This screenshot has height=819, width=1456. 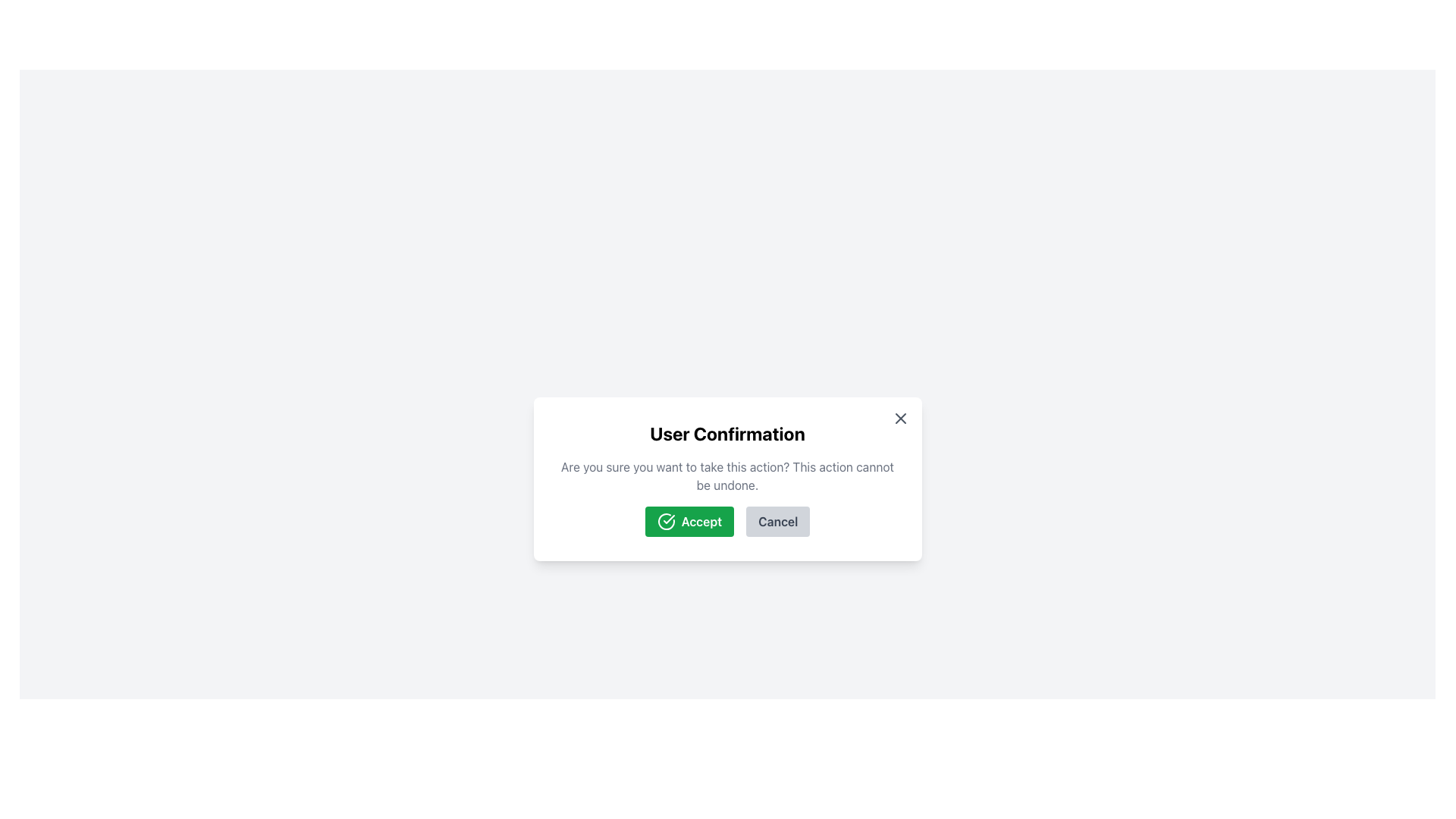 What do you see at coordinates (778, 520) in the screenshot?
I see `the cancel button located to the right of the 'Accept' button in the modal dialog` at bounding box center [778, 520].